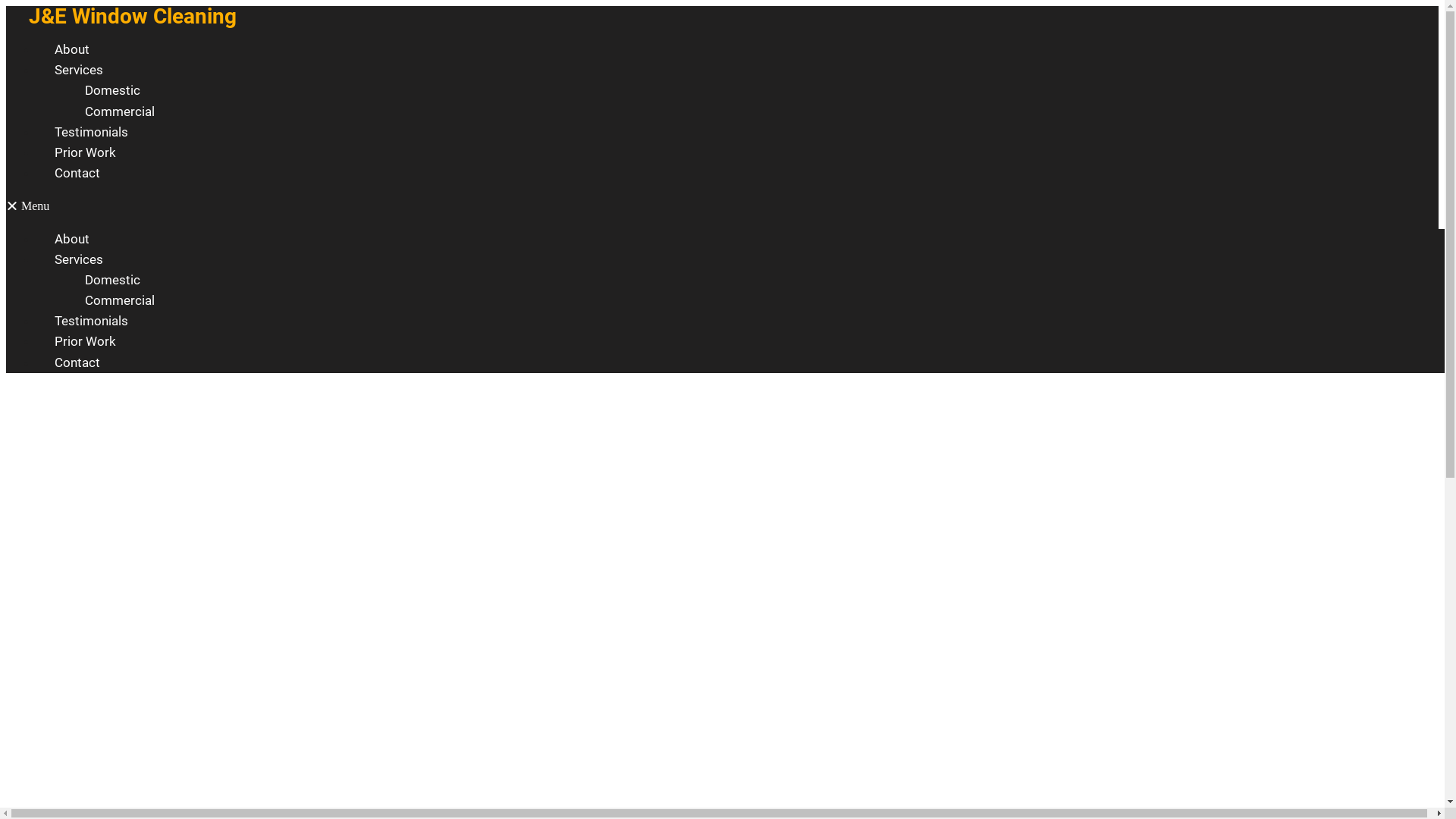 The image size is (1456, 819). I want to click on 'Services', so click(78, 70).